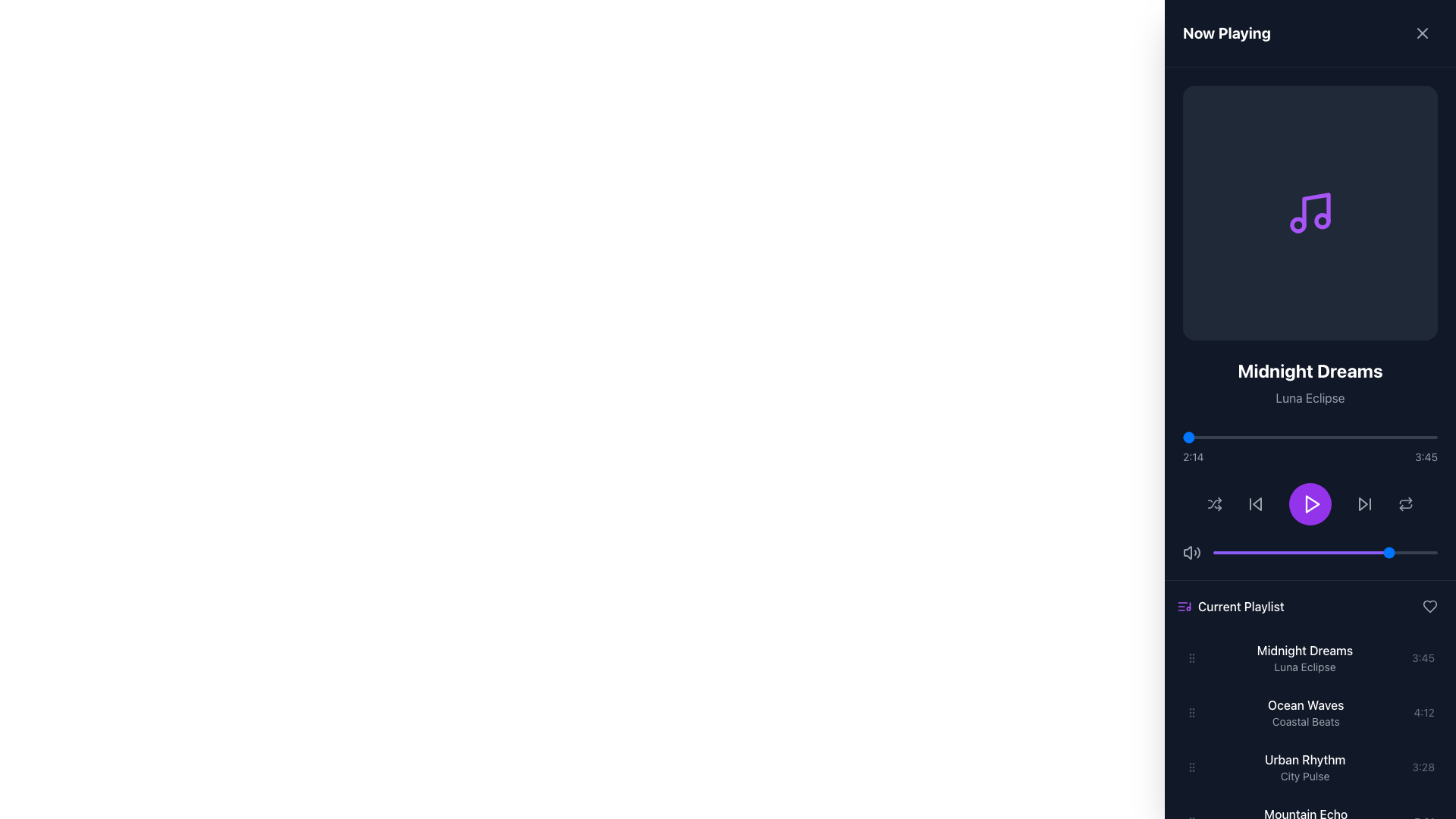 This screenshot has height=819, width=1456. What do you see at coordinates (1422, 438) in the screenshot?
I see `playback position` at bounding box center [1422, 438].